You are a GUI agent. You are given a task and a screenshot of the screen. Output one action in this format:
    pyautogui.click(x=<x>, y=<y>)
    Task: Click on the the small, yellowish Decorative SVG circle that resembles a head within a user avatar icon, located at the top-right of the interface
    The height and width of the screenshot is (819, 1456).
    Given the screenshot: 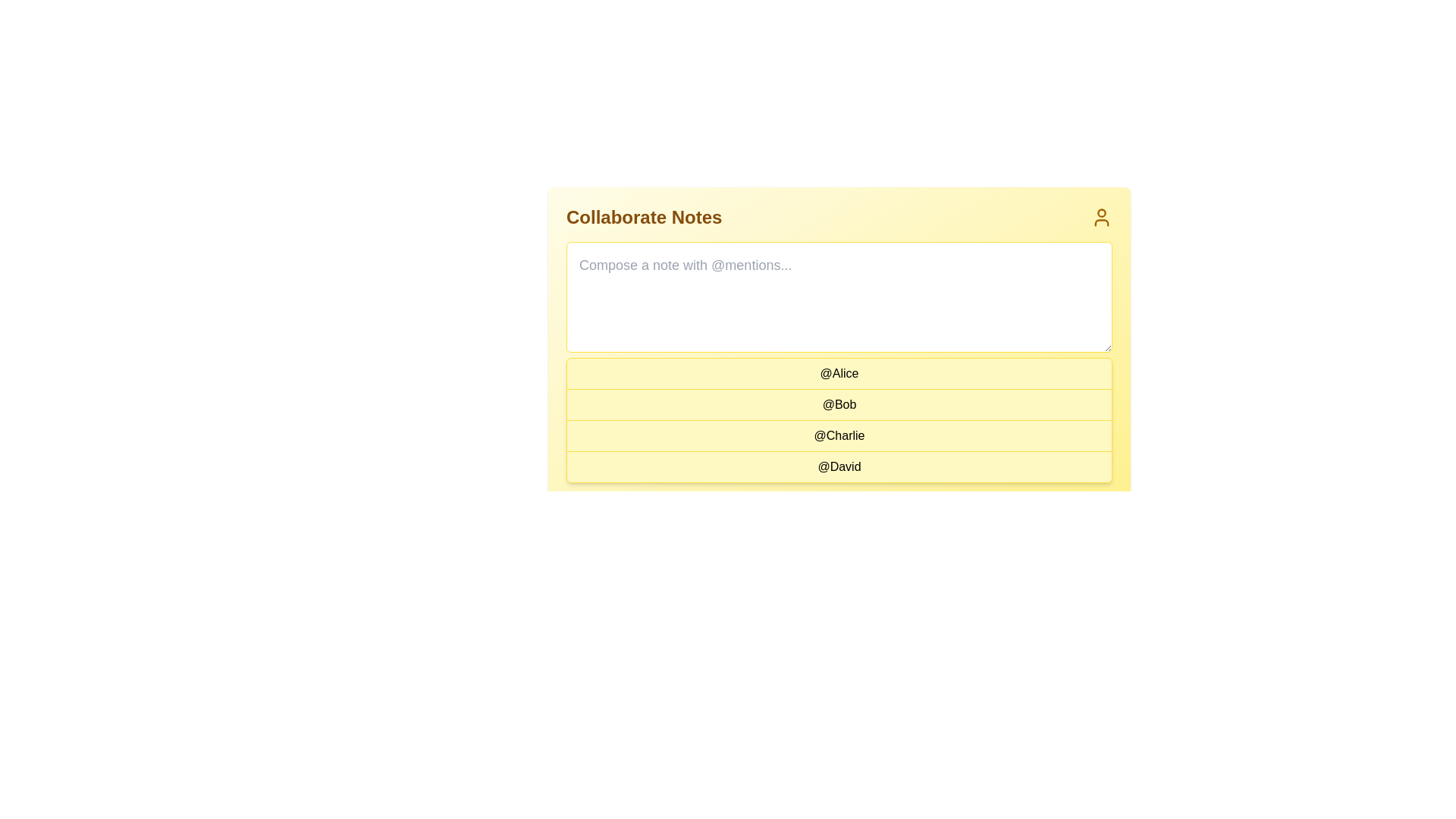 What is the action you would take?
    pyautogui.click(x=1102, y=213)
    